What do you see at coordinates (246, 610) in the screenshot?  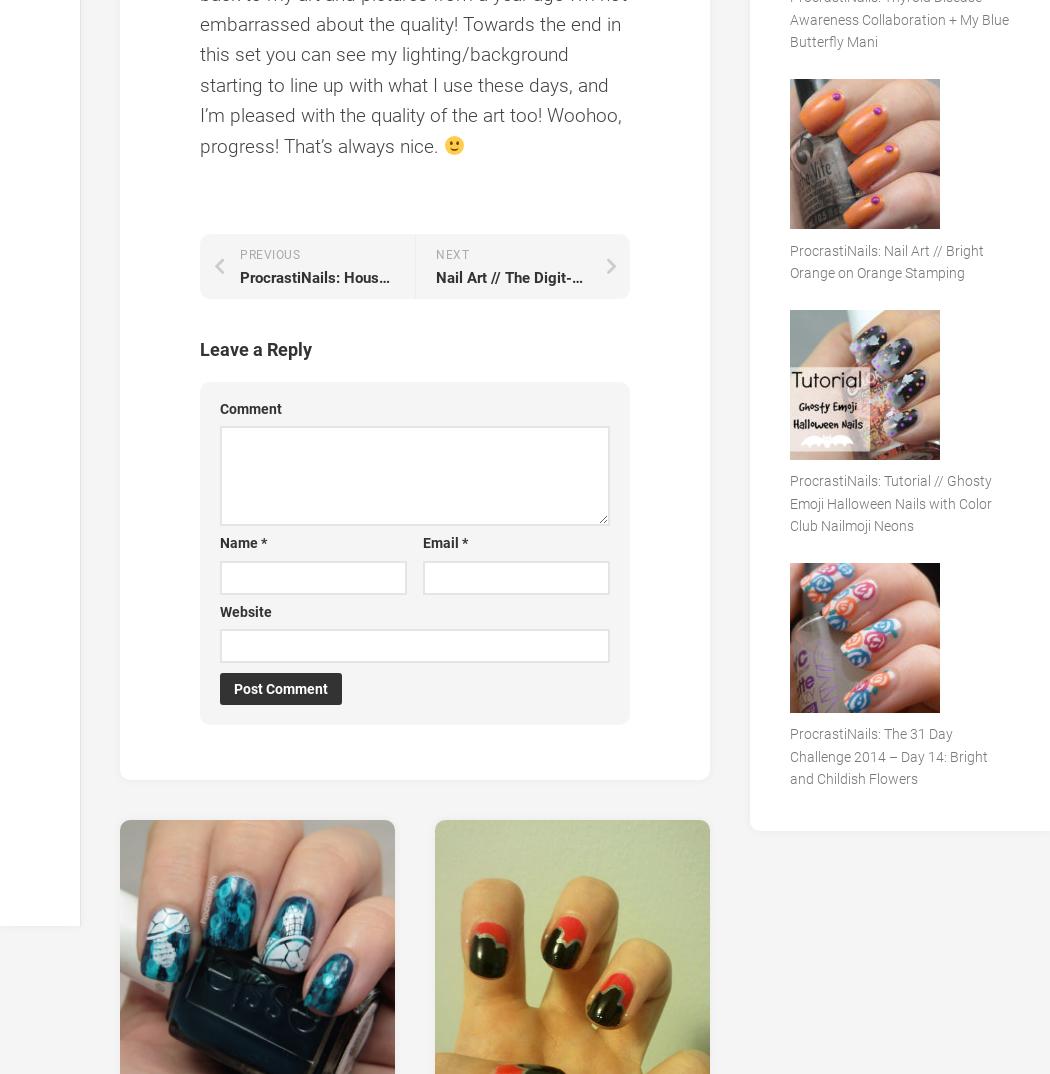 I see `'Website'` at bounding box center [246, 610].